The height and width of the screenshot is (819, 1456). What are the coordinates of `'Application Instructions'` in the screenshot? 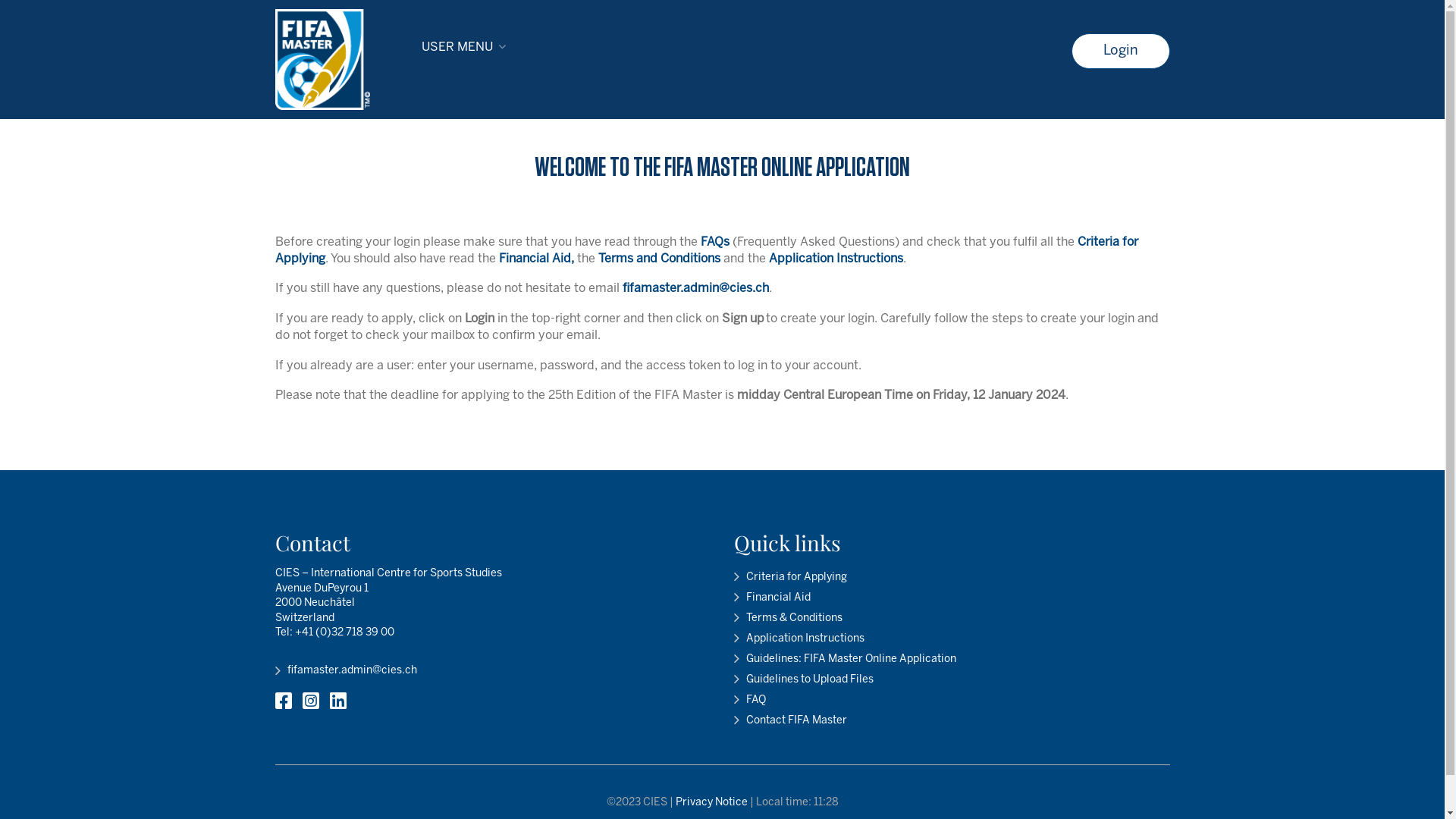 It's located at (734, 640).